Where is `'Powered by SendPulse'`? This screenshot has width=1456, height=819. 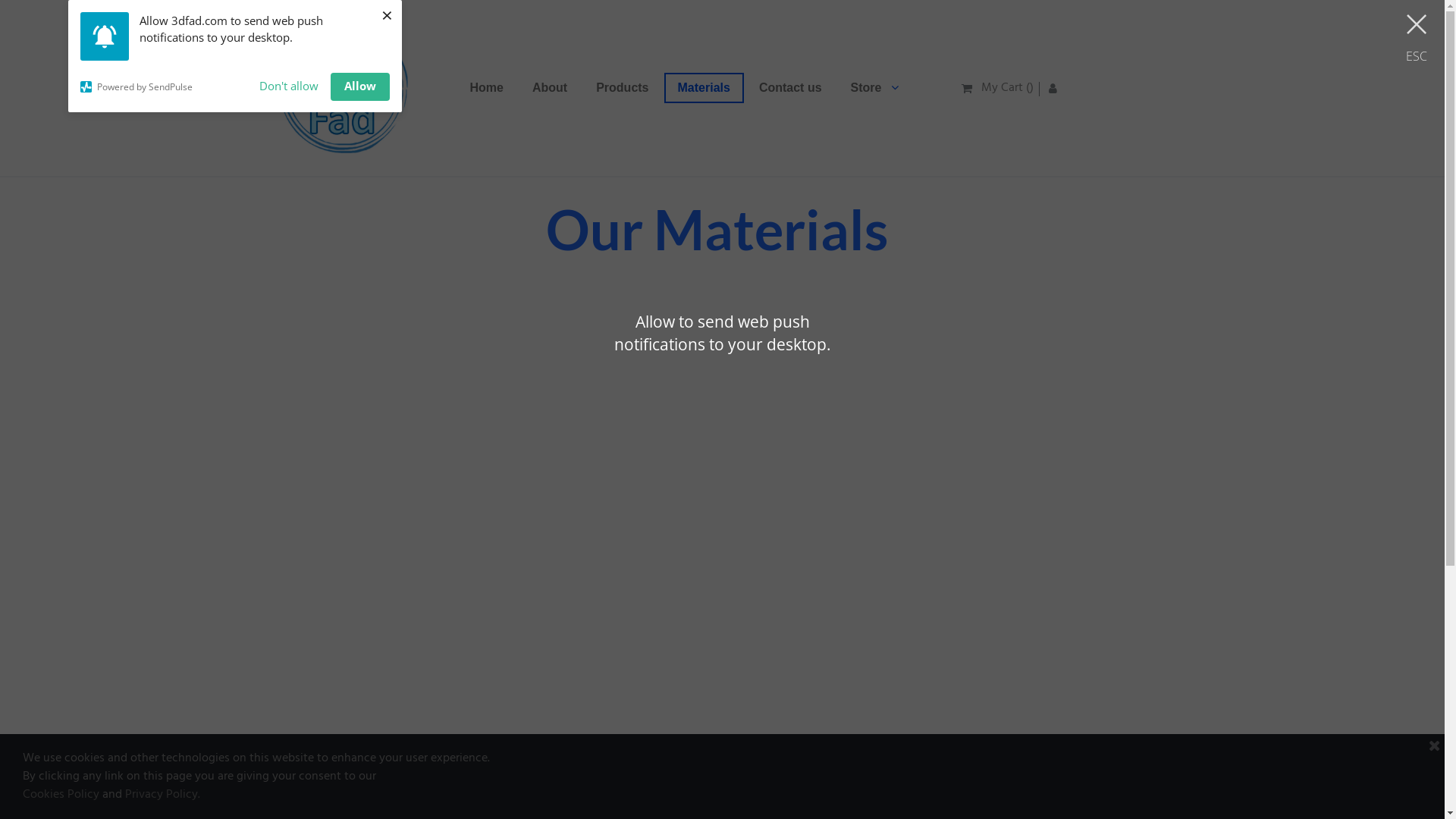
'Powered by SendPulse' is located at coordinates (164, 86).